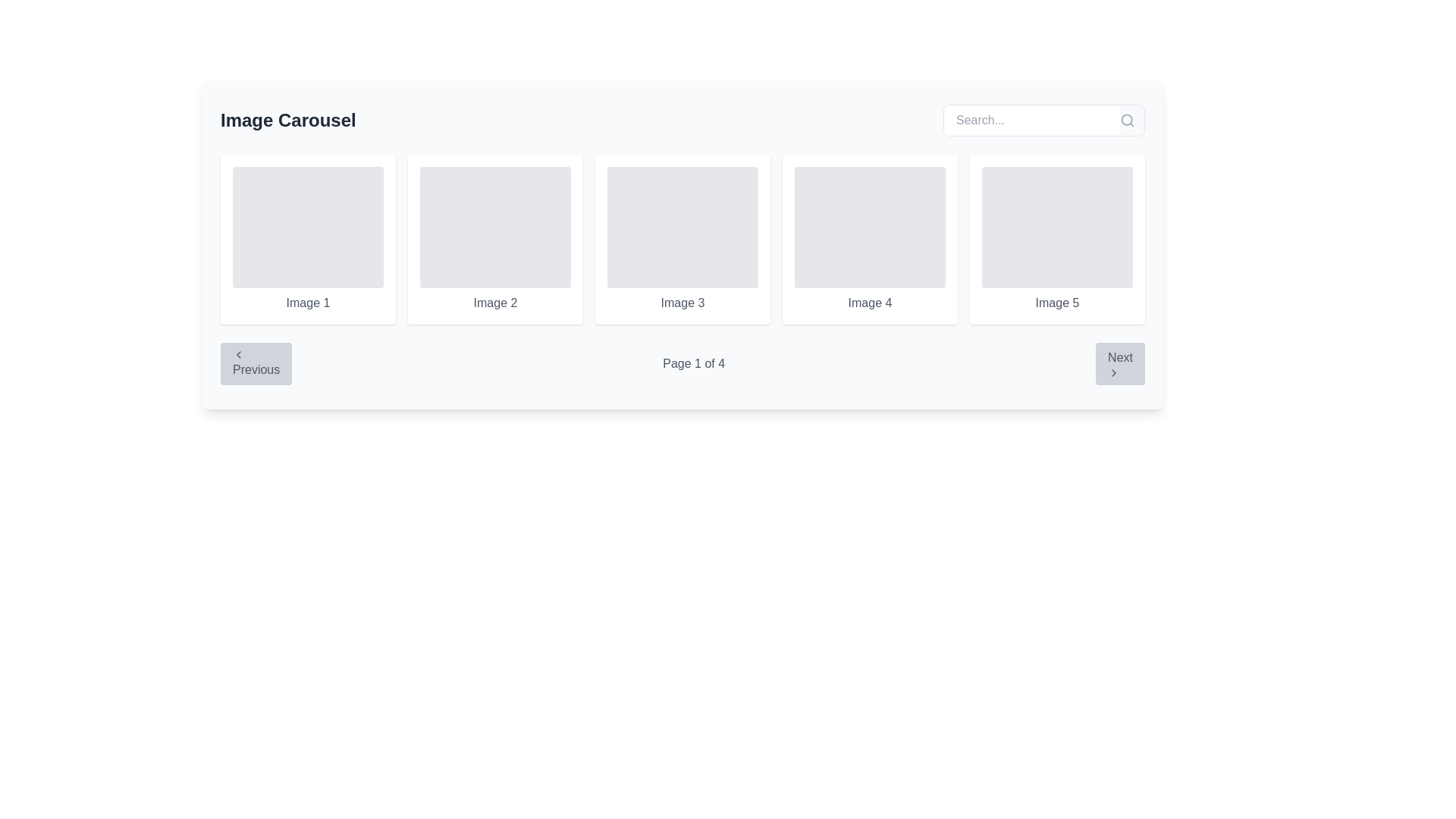  Describe the element at coordinates (238, 354) in the screenshot. I see `keyboard navigation` at that location.